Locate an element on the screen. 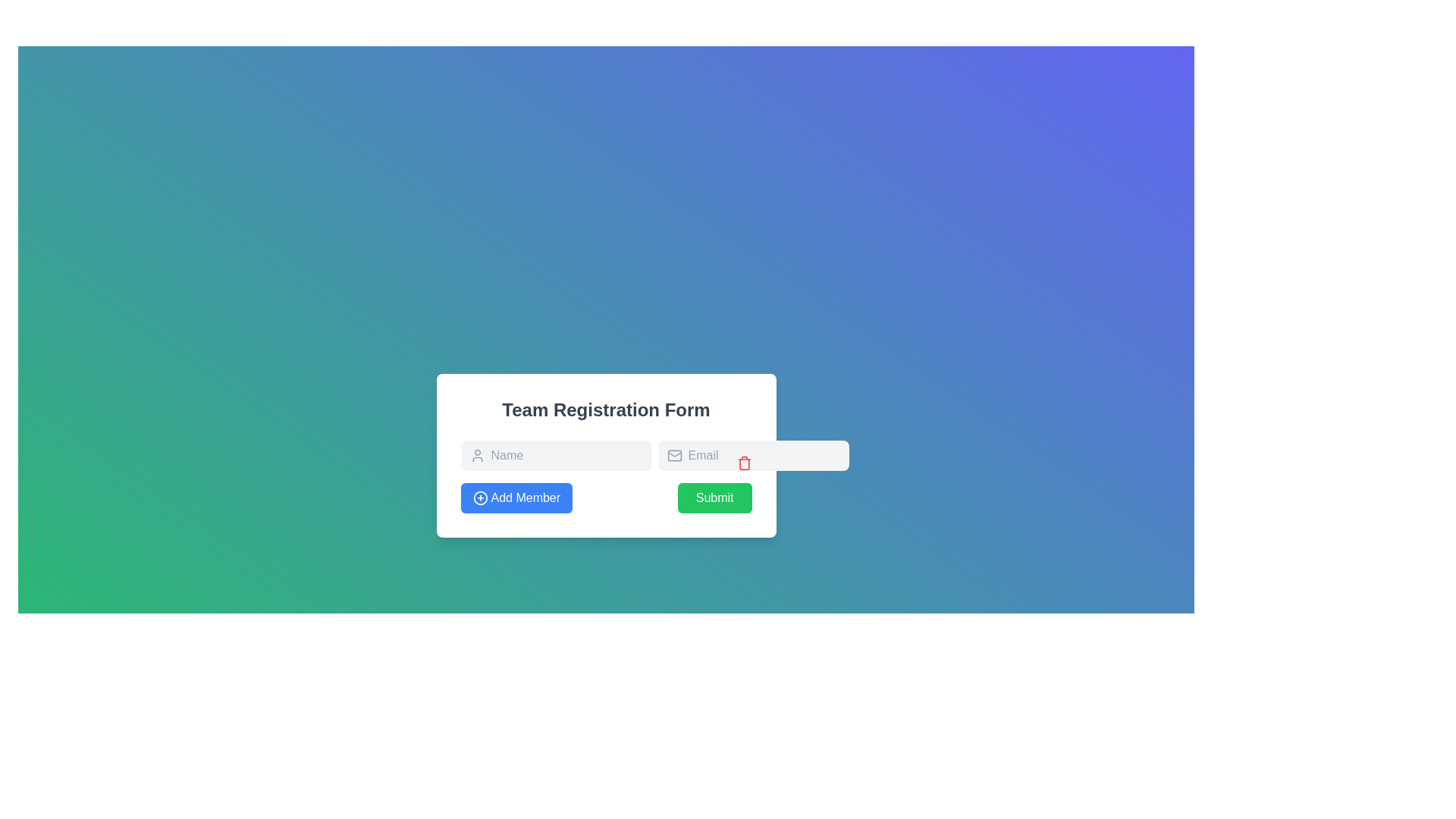 The width and height of the screenshot is (1456, 819). the small square button with a red trash can icon outlined in bright red, located to the right of the 'Email' text input field is located at coordinates (744, 462).